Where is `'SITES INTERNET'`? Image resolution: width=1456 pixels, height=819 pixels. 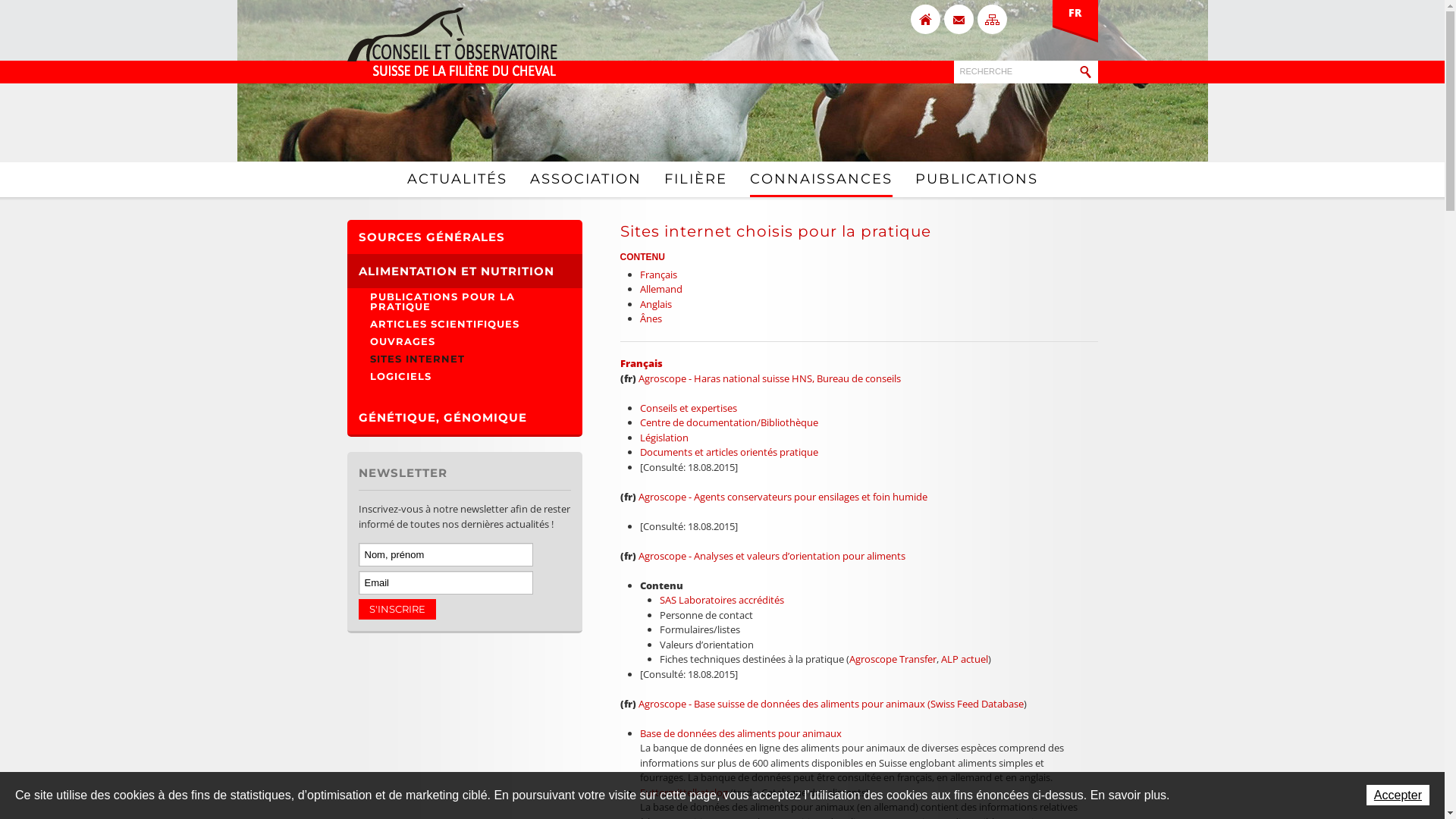 'SITES INTERNET' is located at coordinates (464, 359).